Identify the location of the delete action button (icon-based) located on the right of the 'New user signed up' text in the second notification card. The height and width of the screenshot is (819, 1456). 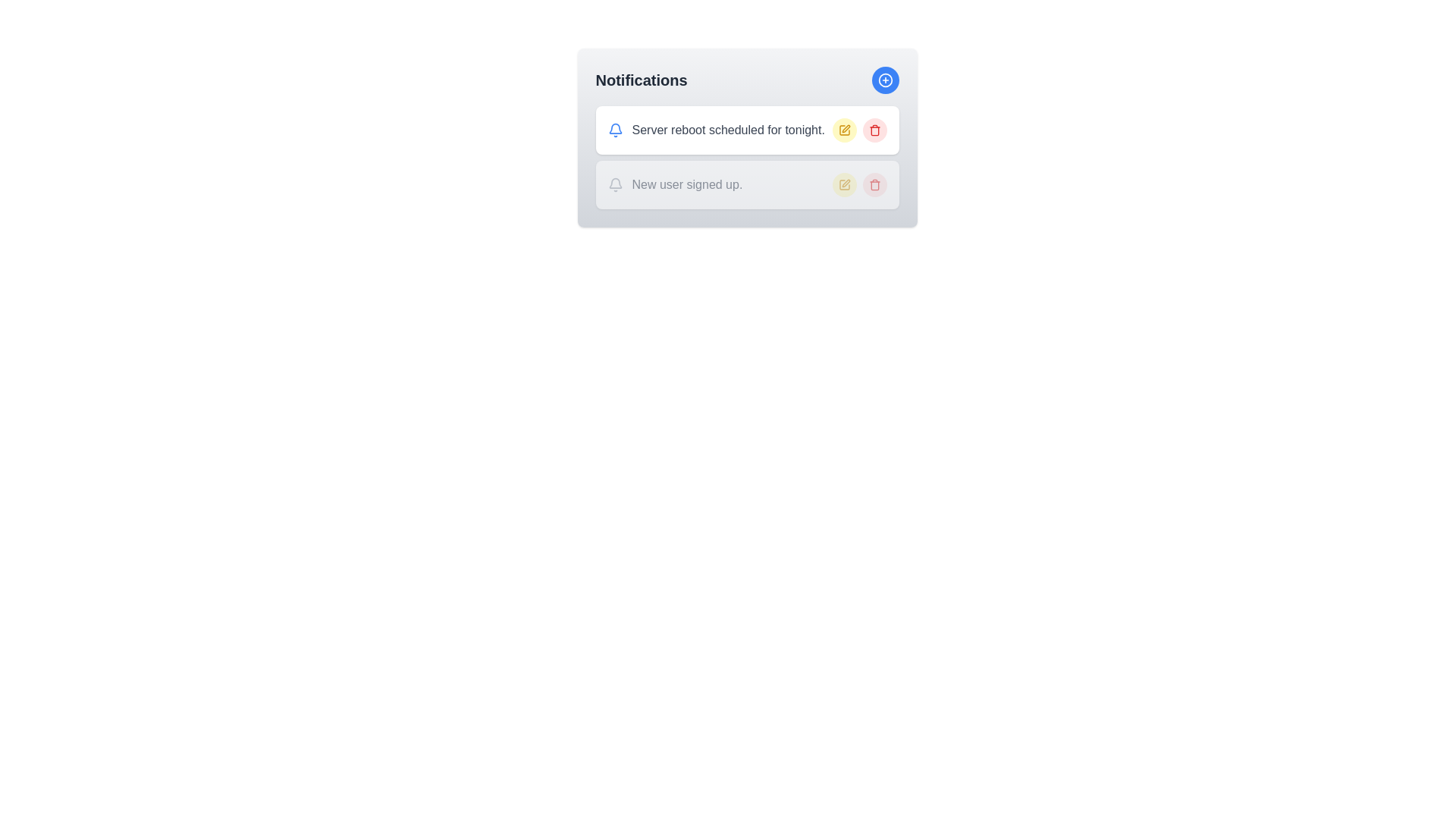
(874, 184).